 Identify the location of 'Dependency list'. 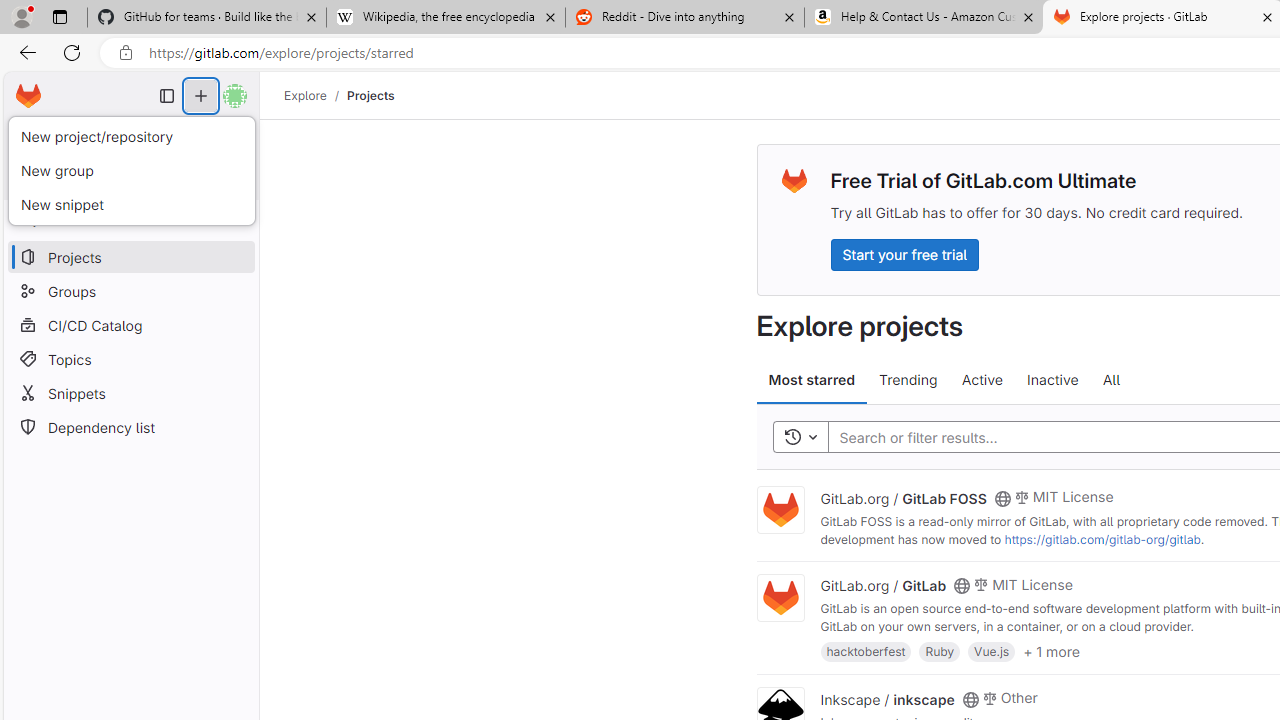
(130, 426).